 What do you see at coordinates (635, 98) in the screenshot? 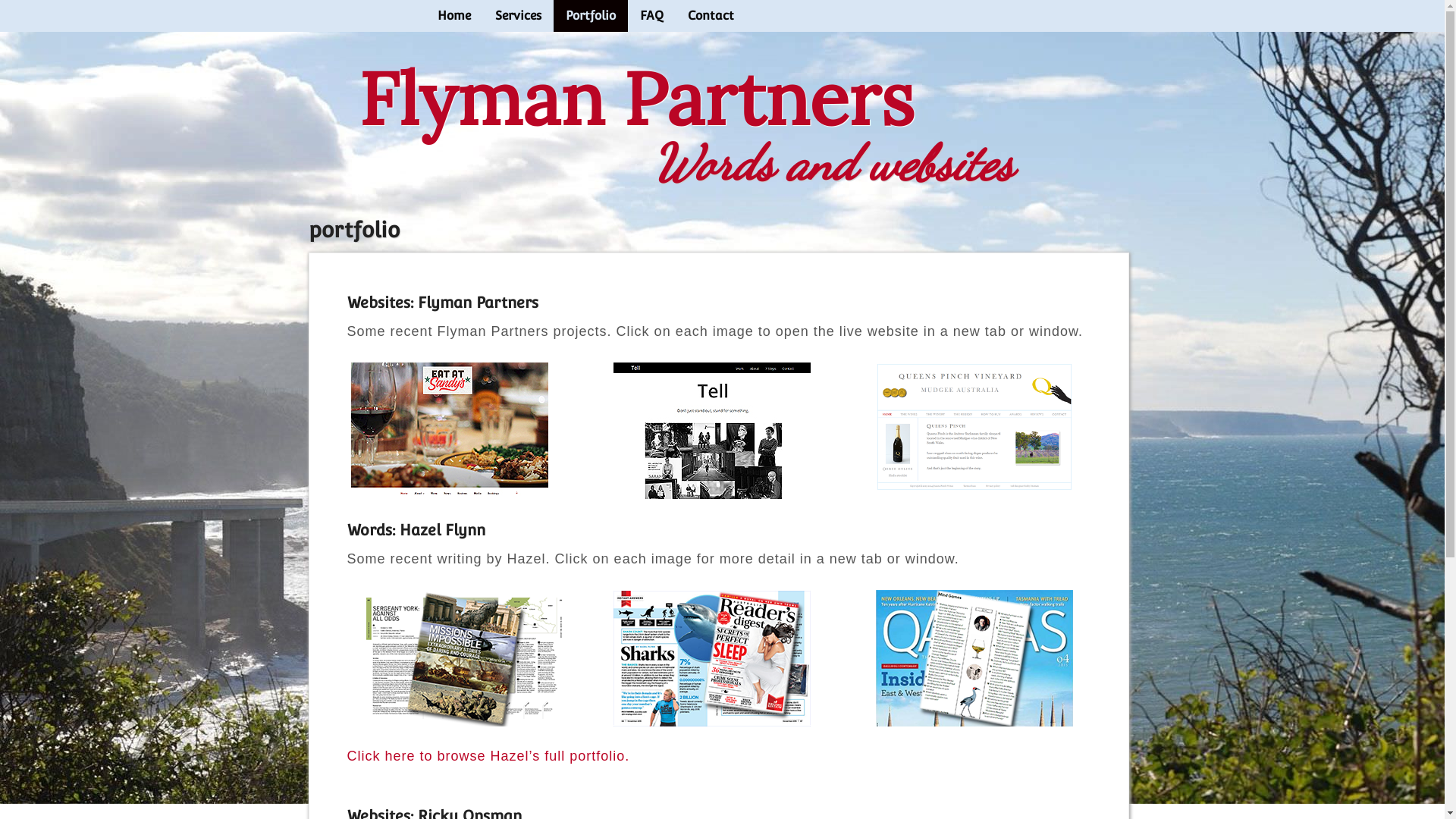
I see `'Flyman Partners'` at bounding box center [635, 98].